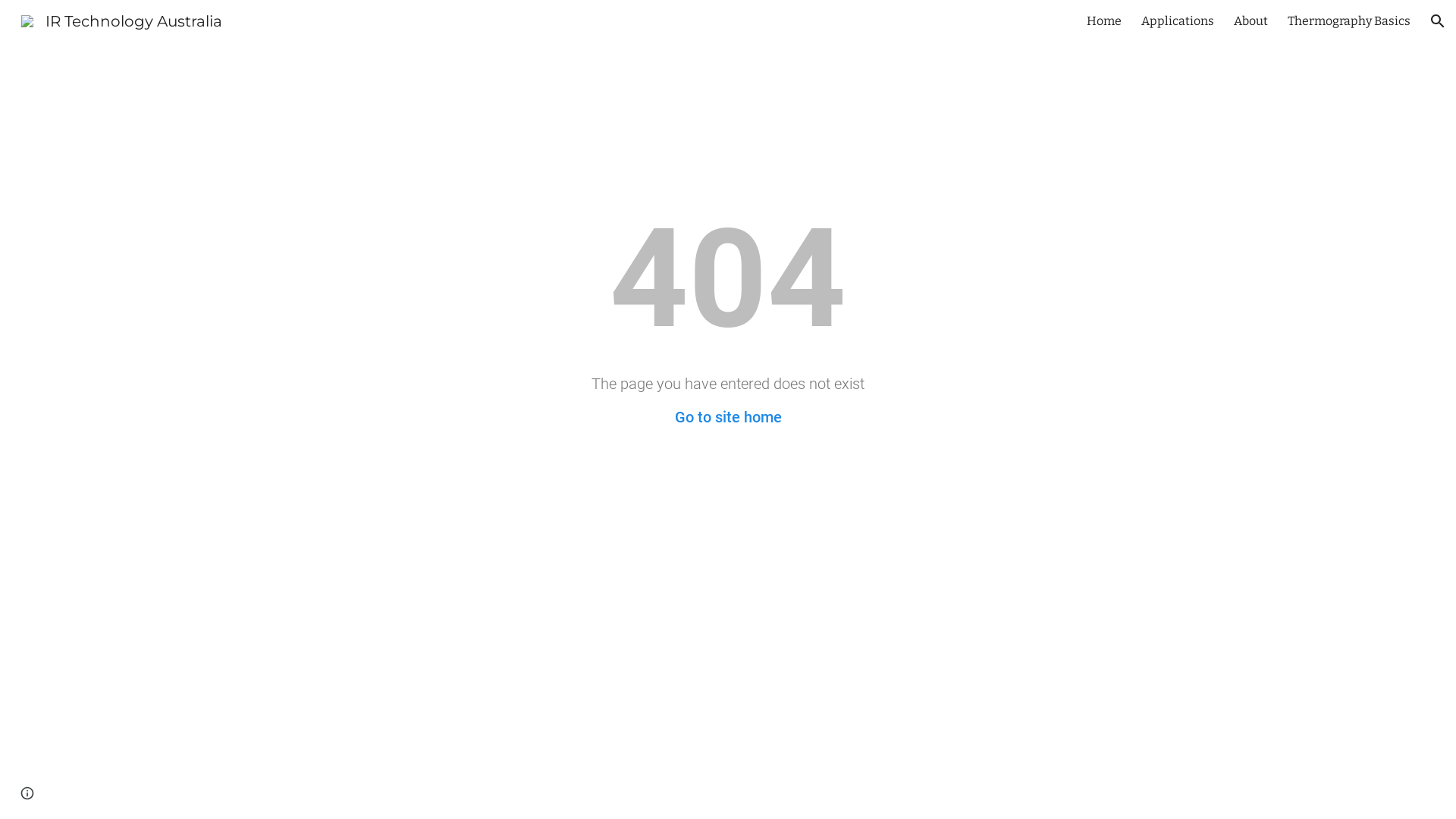  What do you see at coordinates (121, 20) in the screenshot?
I see `'IR Technology Australia'` at bounding box center [121, 20].